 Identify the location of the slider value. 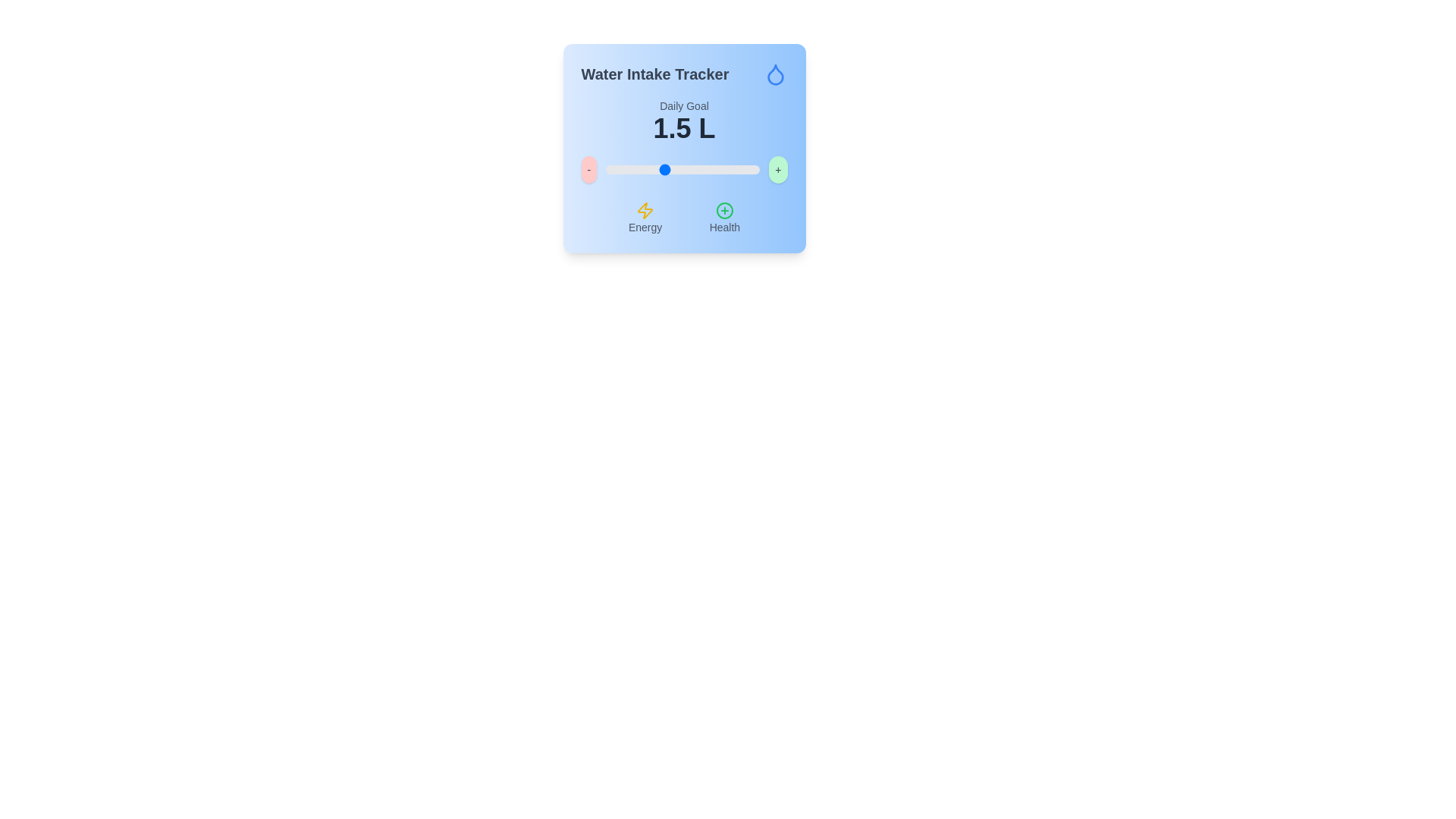
(720, 169).